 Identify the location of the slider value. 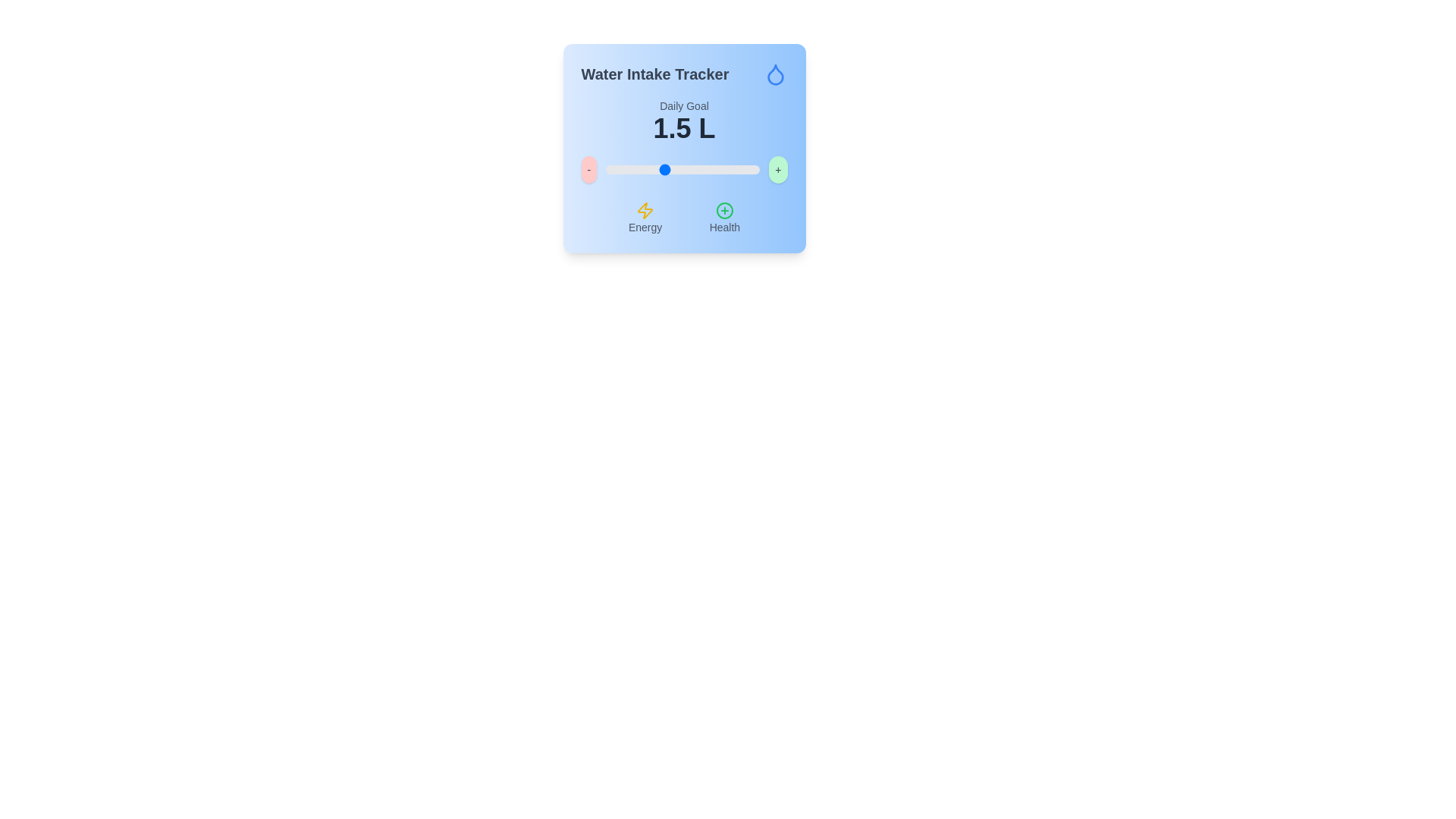
(720, 169).